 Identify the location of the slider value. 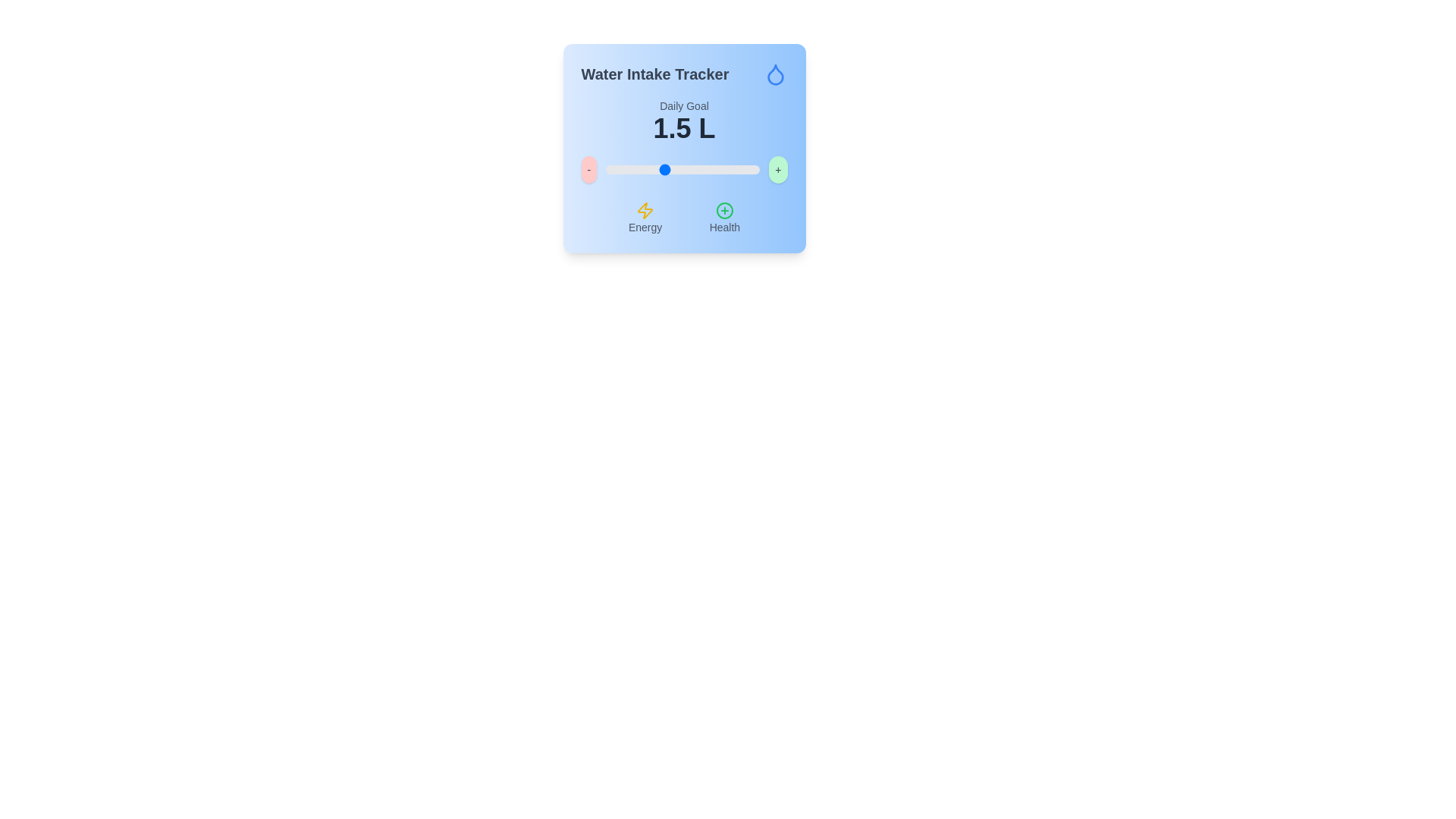
(720, 169).